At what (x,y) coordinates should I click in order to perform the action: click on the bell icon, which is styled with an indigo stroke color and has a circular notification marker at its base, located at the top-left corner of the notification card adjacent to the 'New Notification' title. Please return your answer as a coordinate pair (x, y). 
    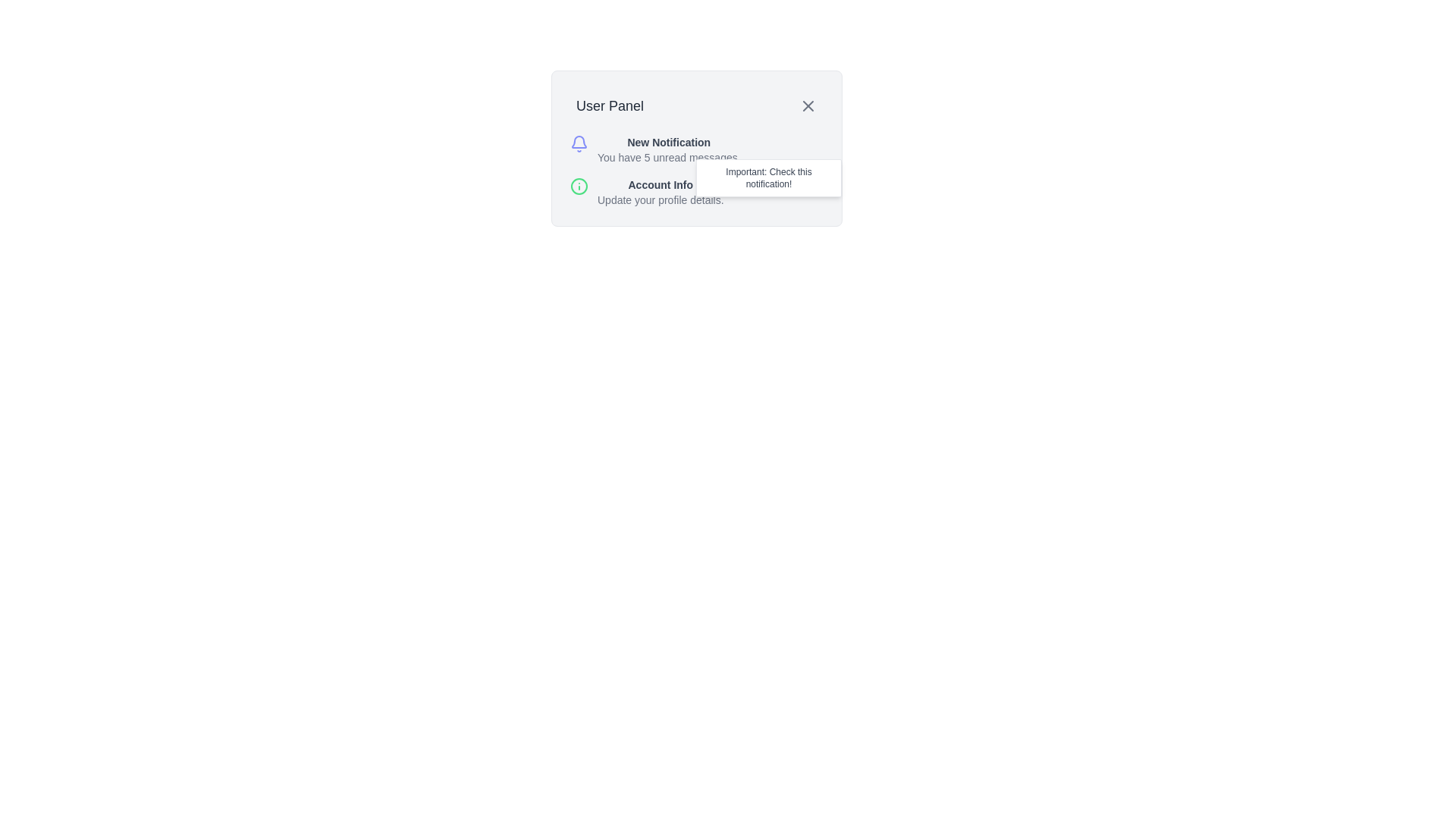
    Looking at the image, I should click on (578, 143).